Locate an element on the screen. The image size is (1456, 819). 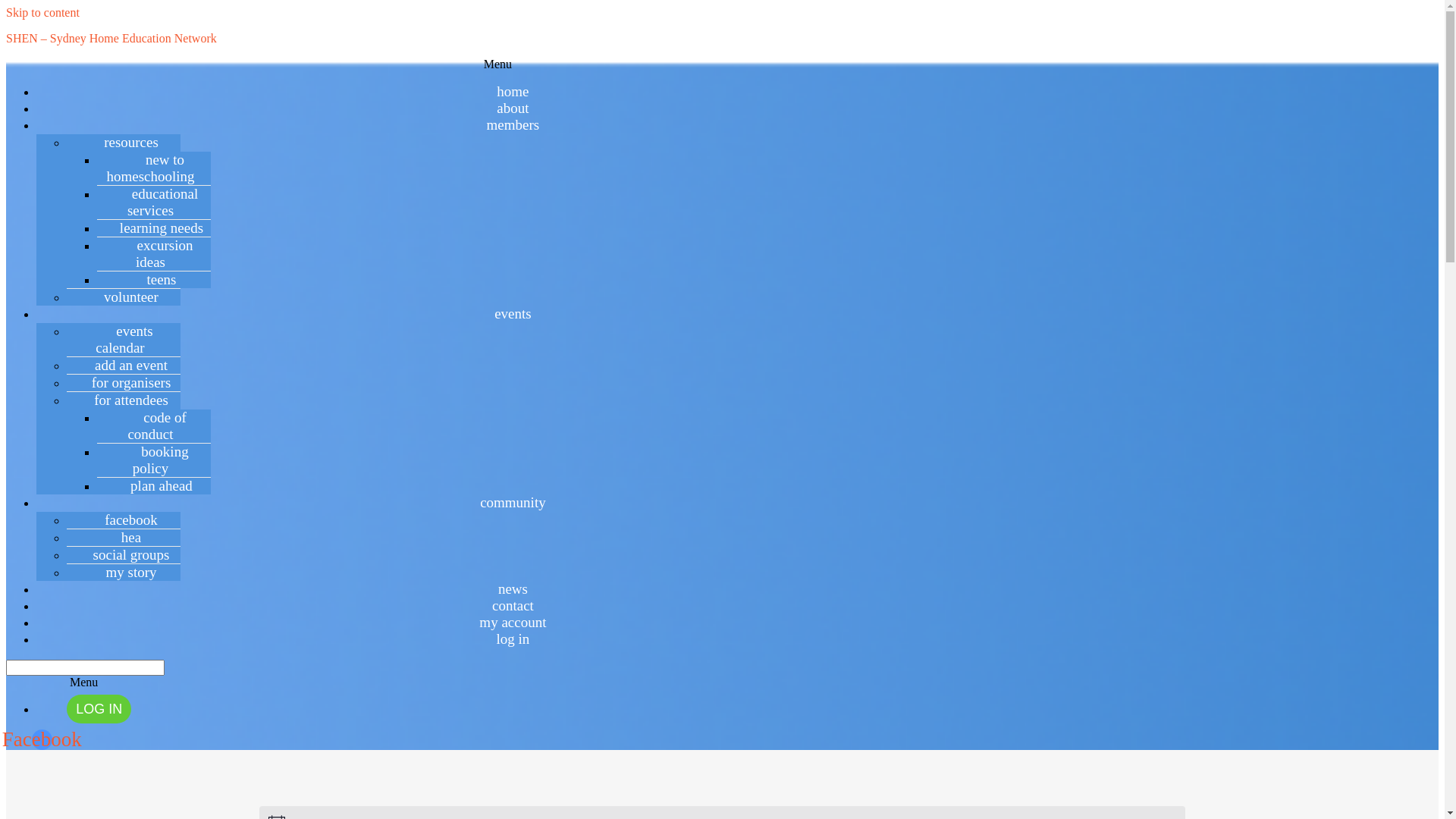
'my story' is located at coordinates (123, 572).